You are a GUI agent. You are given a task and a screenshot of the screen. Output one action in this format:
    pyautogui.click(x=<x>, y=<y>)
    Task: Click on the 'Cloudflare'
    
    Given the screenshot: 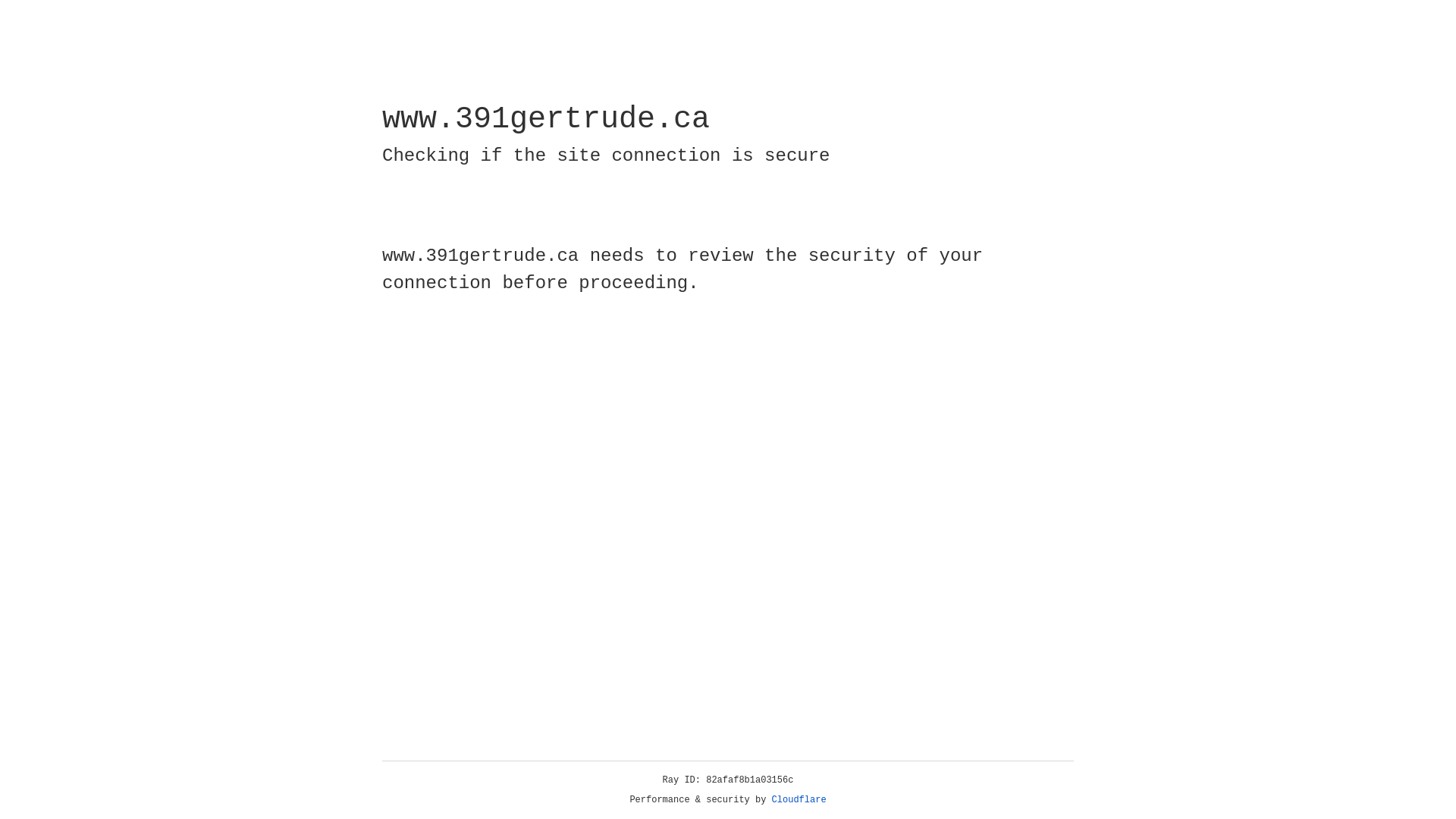 What is the action you would take?
    pyautogui.click(x=771, y=799)
    